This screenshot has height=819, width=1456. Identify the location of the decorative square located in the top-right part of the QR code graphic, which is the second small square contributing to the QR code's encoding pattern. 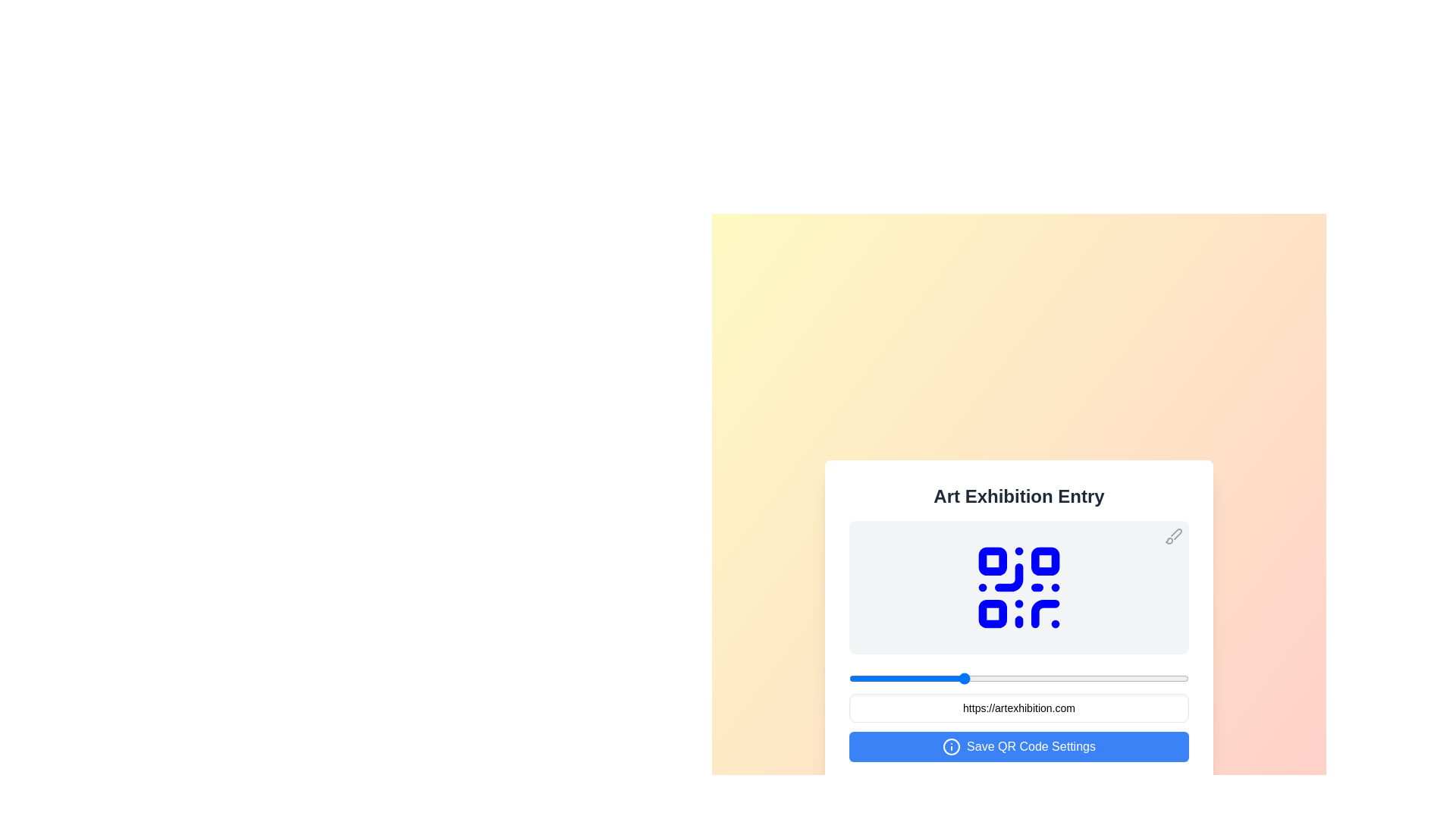
(1044, 561).